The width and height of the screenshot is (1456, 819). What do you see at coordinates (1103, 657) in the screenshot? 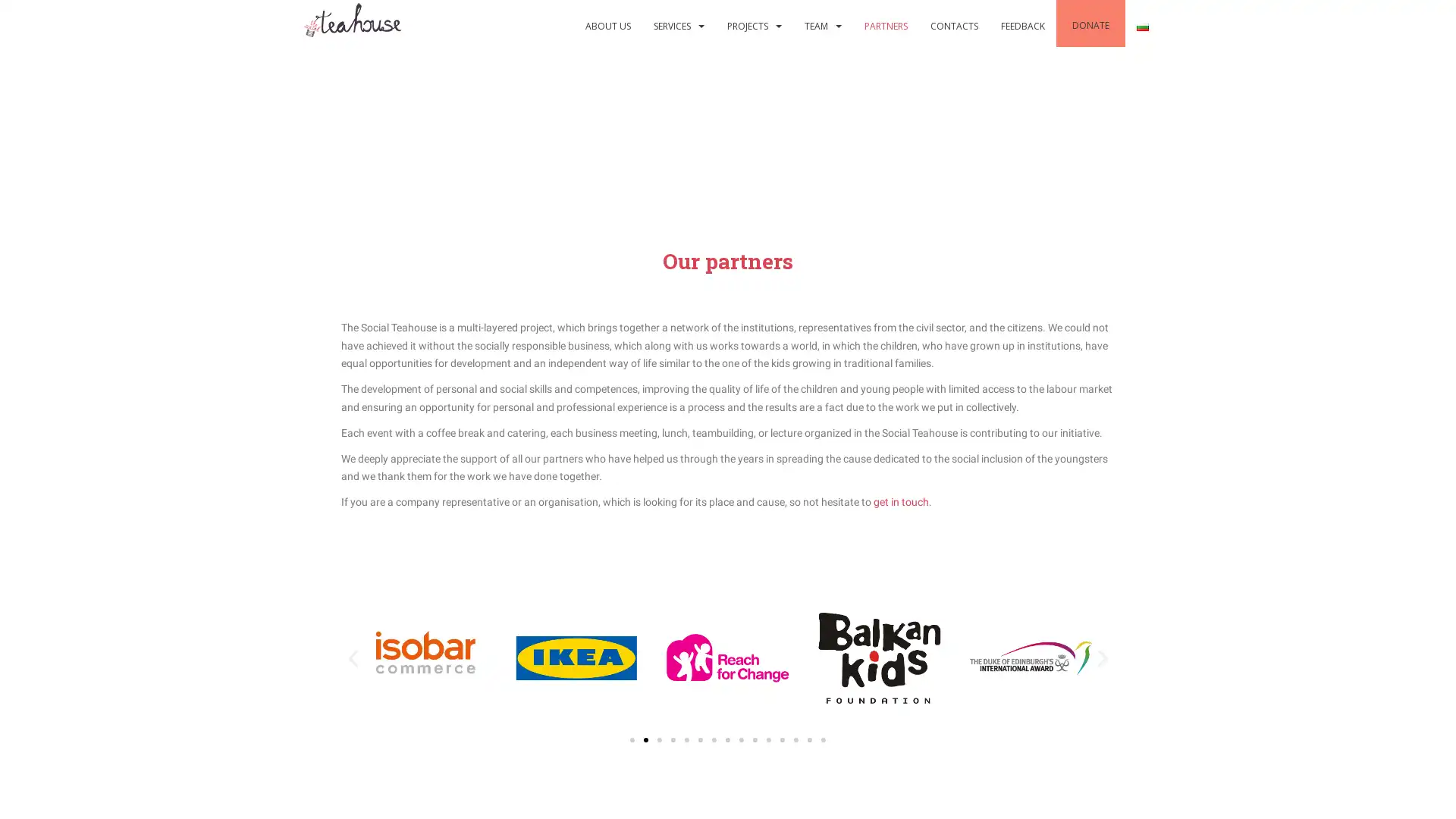
I see `Next slide` at bounding box center [1103, 657].